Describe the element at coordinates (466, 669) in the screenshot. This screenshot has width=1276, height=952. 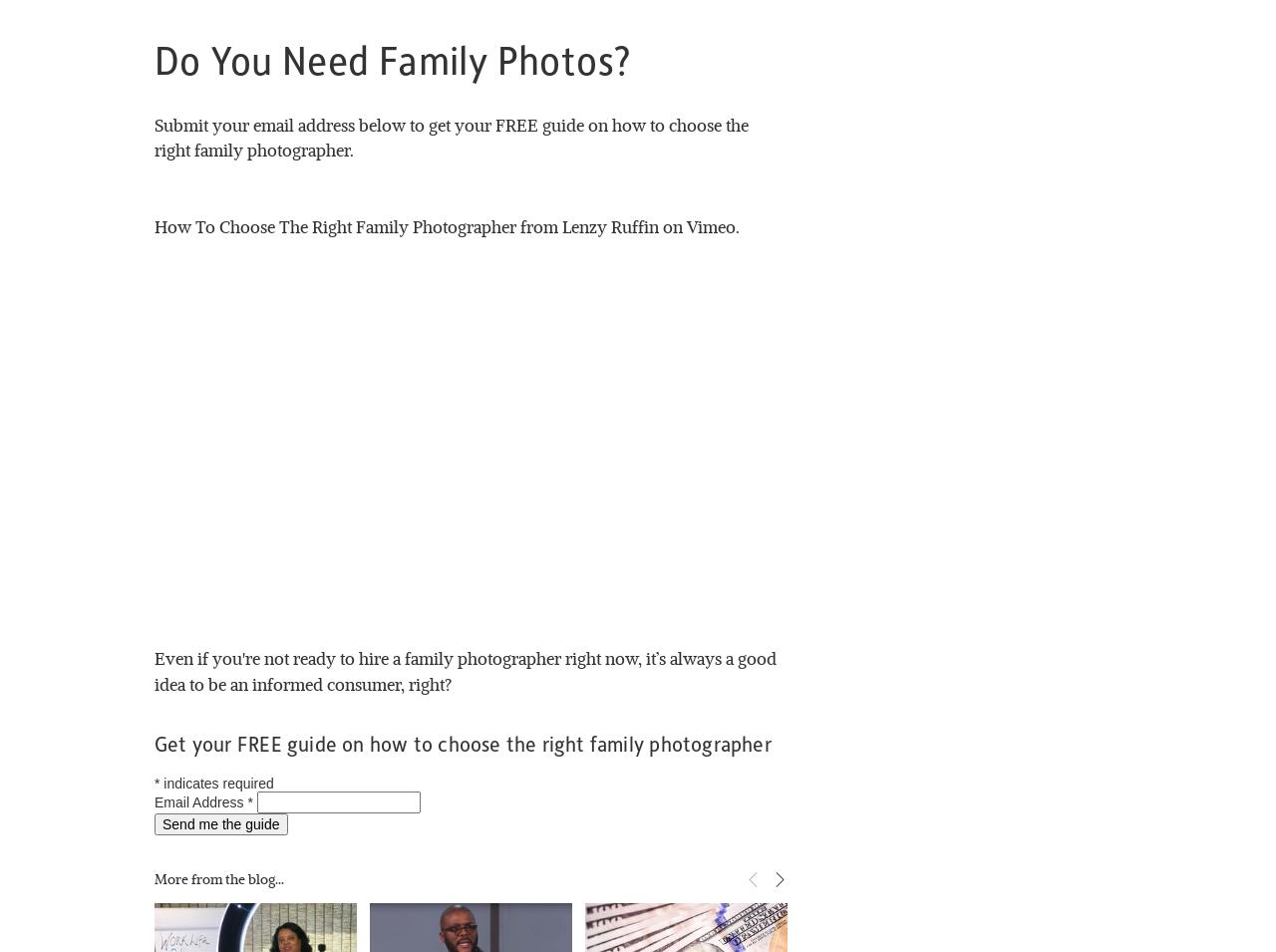
I see `'Even if you're not ready to hire a family photographer right now, it’s always a good idea to be an informed consumer, right?'` at that location.